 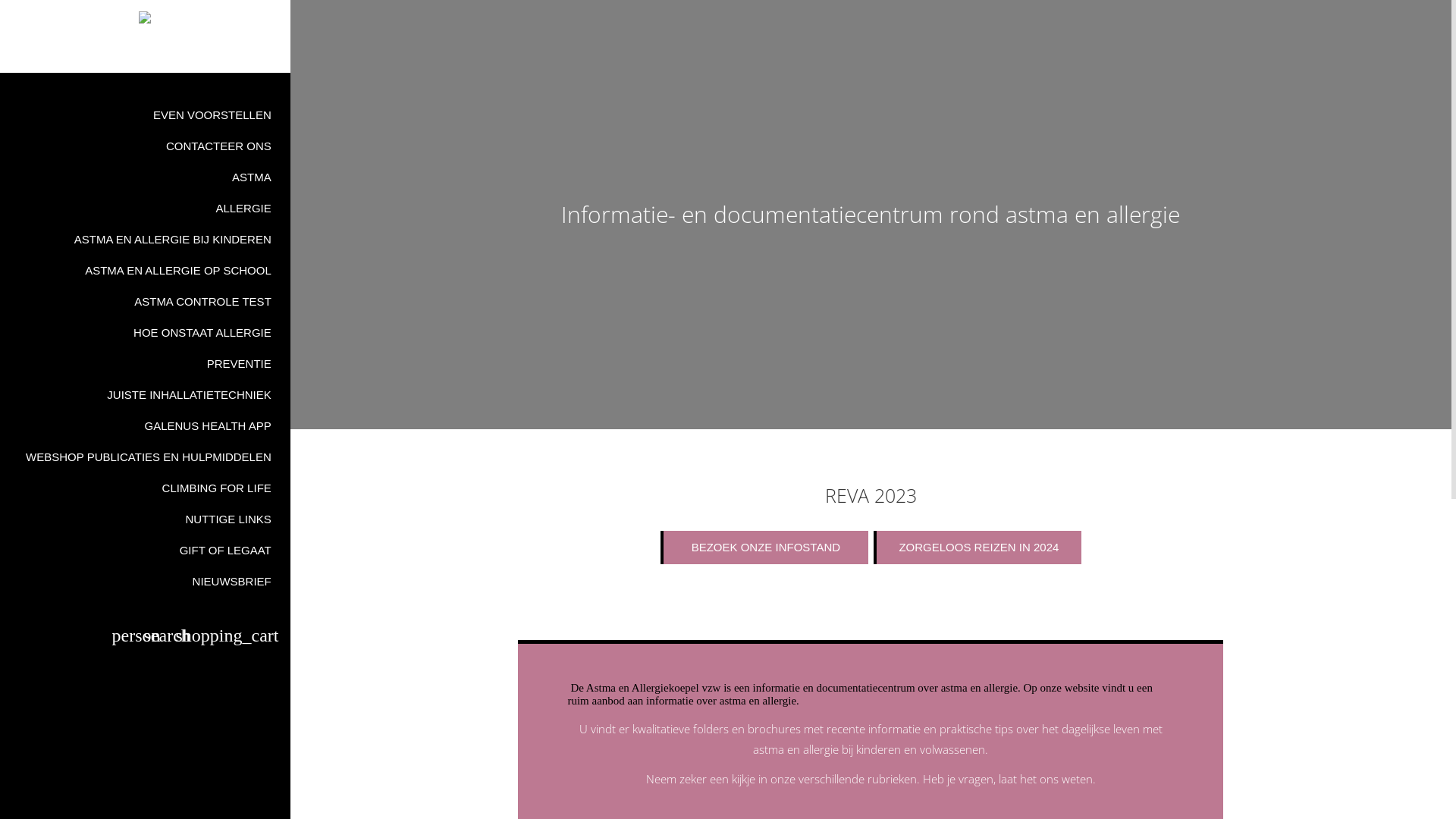 I want to click on 'shopping_cart', so click(x=227, y=637).